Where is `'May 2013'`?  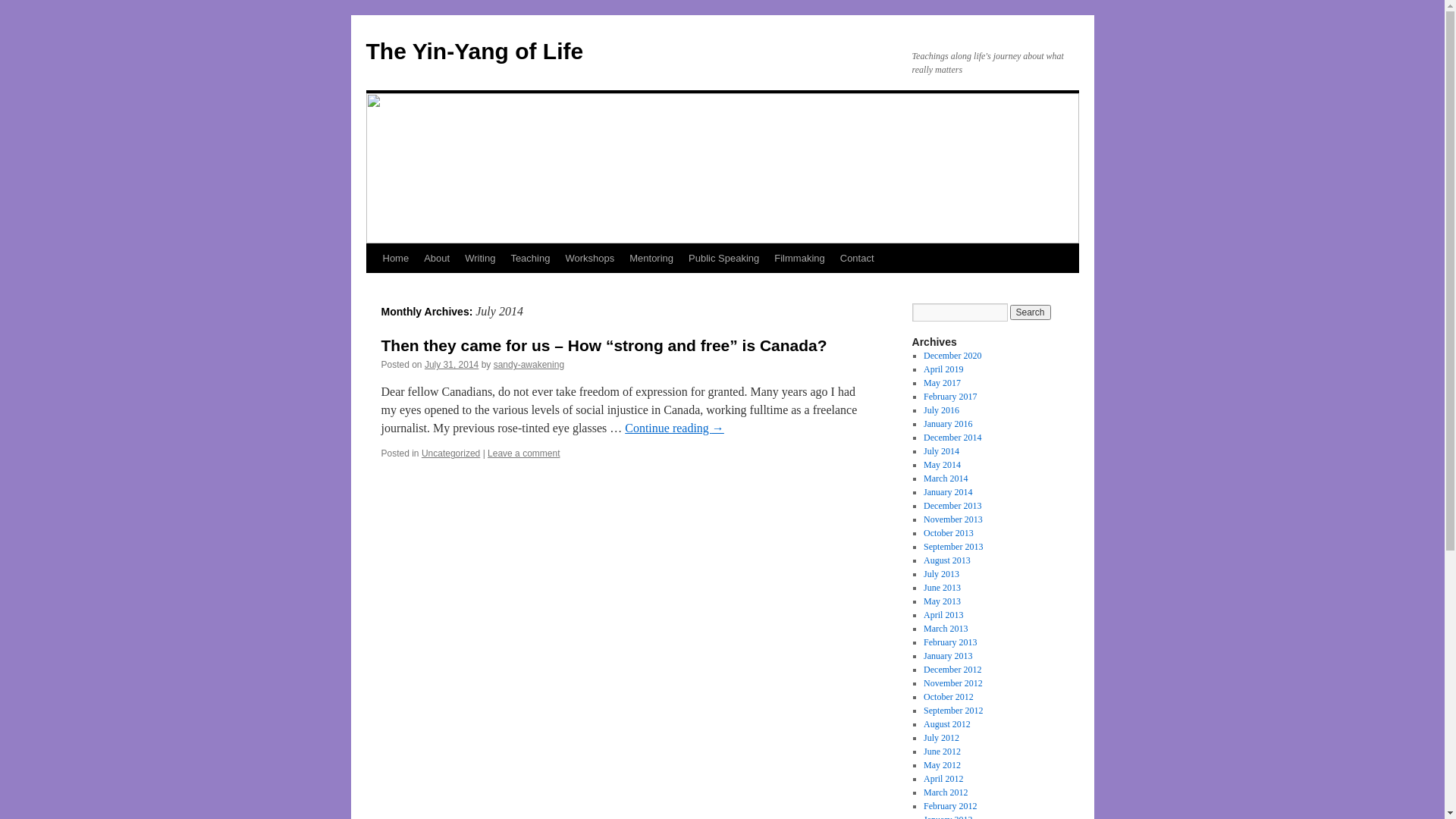 'May 2013' is located at coordinates (941, 601).